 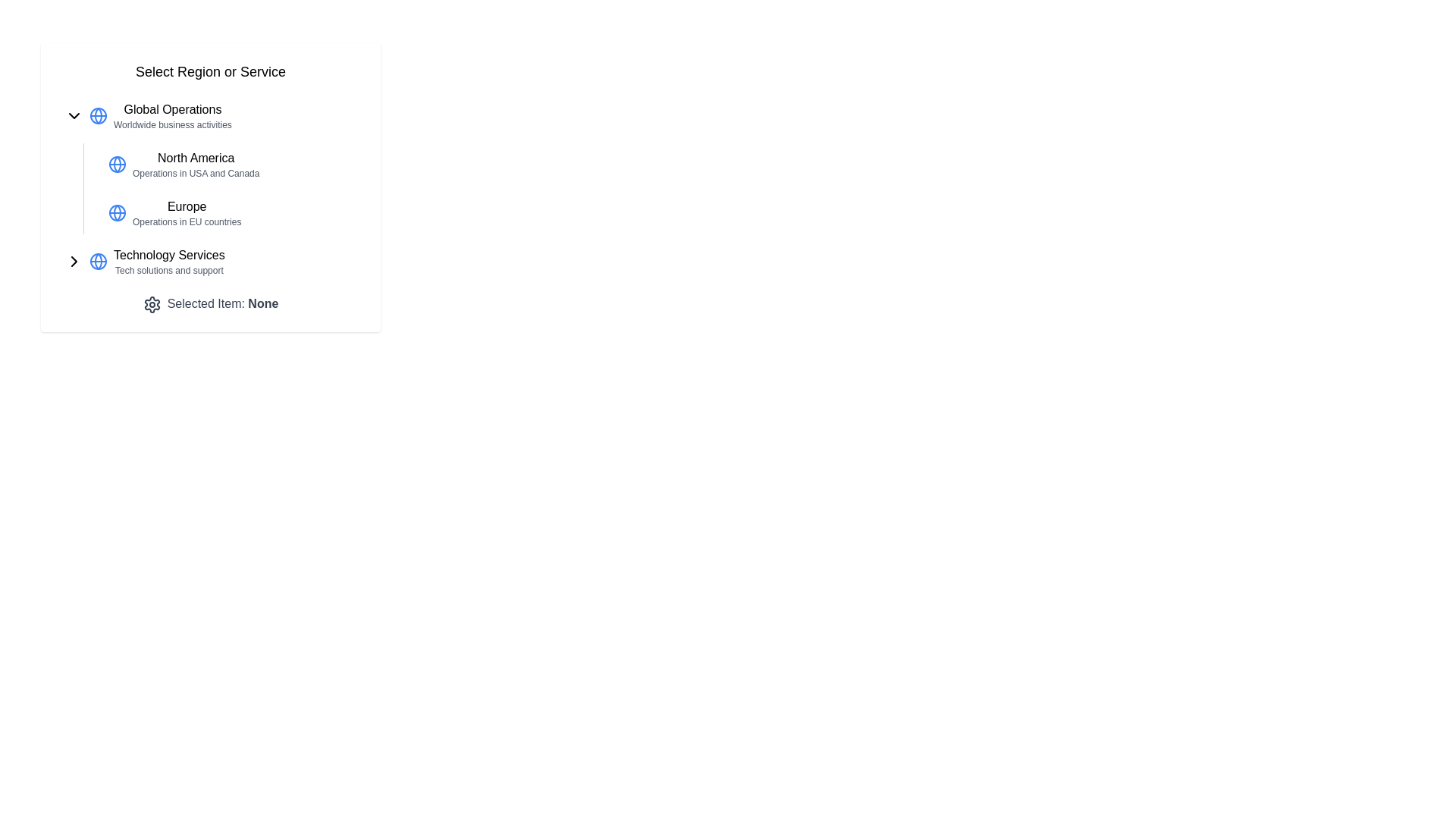 I want to click on the text label that reads 'Global Operations,' which is styled in standard black font on a white background and positioned above the smaller text 'Worldwide business activities.', so click(x=172, y=109).